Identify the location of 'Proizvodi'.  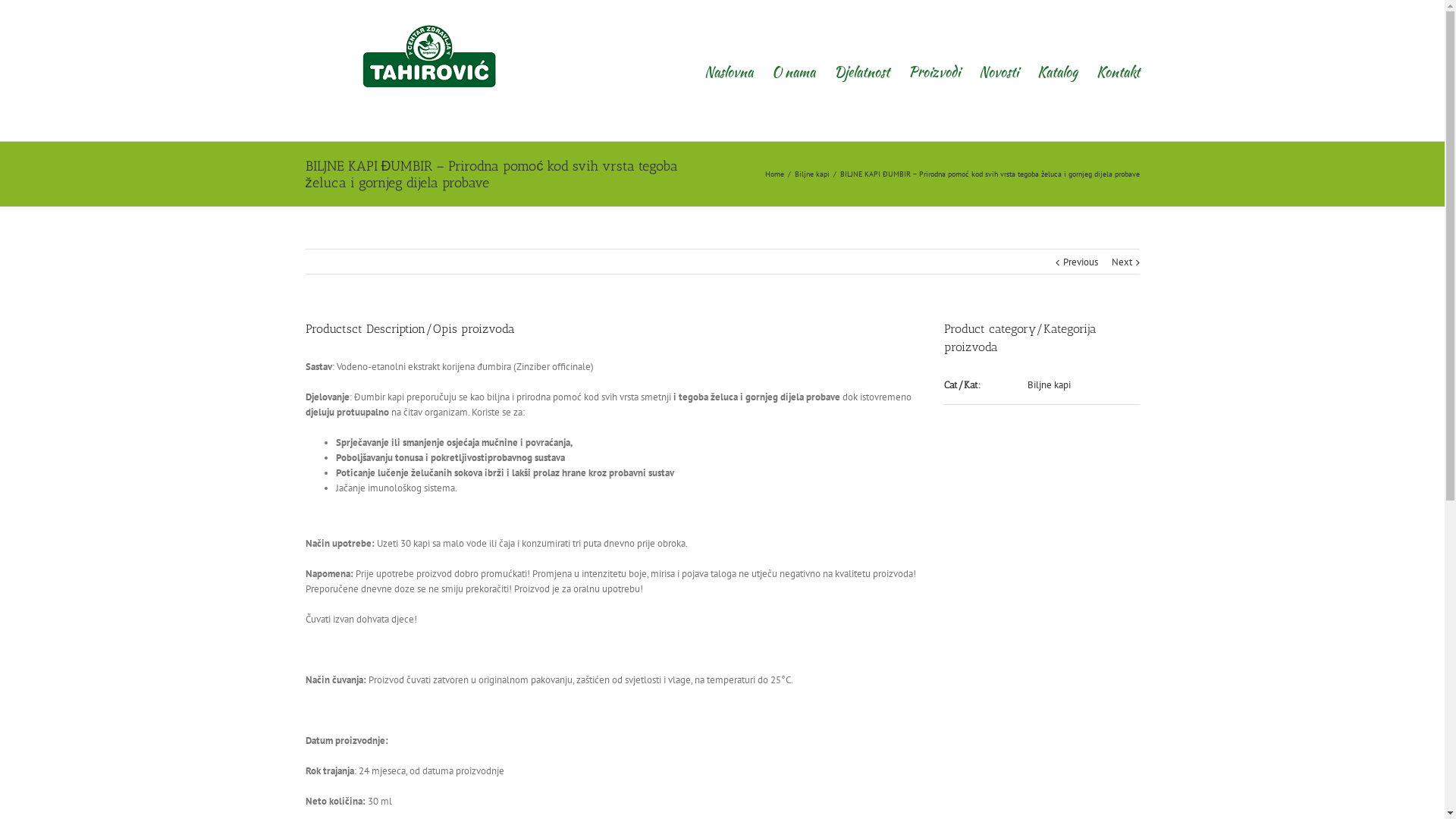
(934, 70).